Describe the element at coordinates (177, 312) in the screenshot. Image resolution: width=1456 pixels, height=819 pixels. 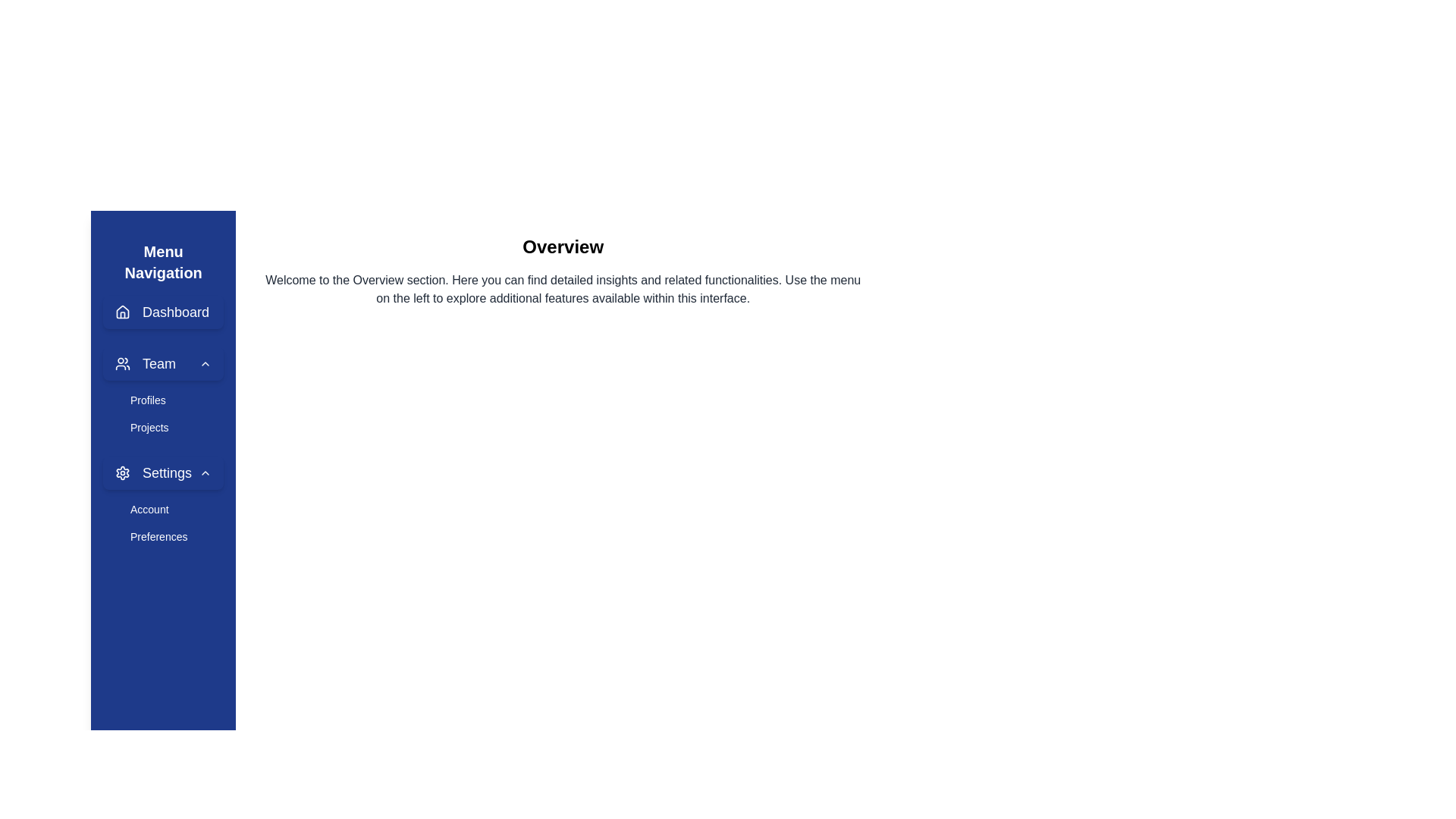
I see `the 'Dashboard' text label in the left-side navigation menu` at that location.